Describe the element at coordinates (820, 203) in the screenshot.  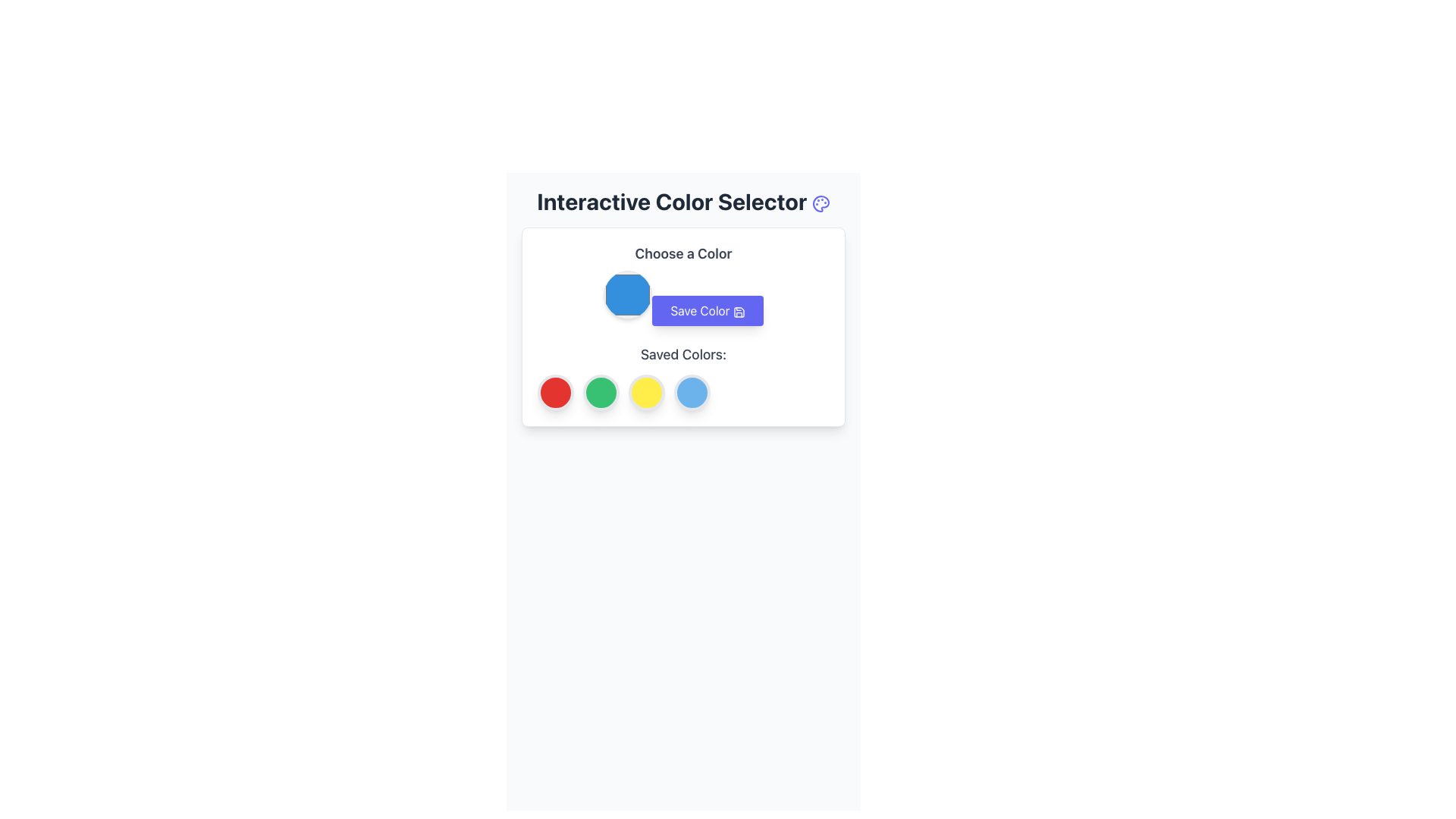
I see `the vibrant indigo circular palette icon located directly to the right of the 'Interactive Color Selector' title` at that location.